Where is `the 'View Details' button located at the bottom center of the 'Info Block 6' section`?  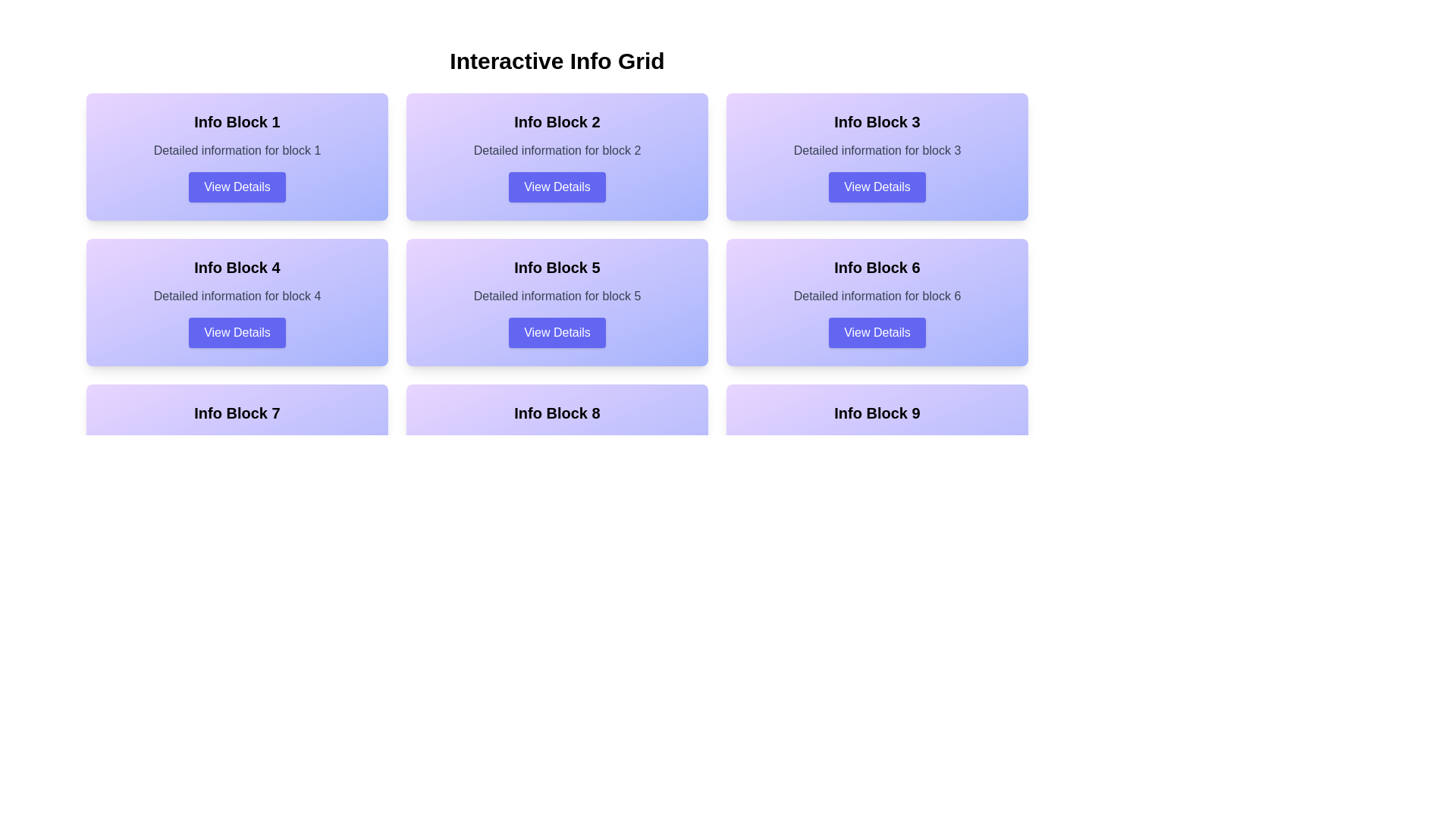
the 'View Details' button located at the bottom center of the 'Info Block 6' section is located at coordinates (877, 332).